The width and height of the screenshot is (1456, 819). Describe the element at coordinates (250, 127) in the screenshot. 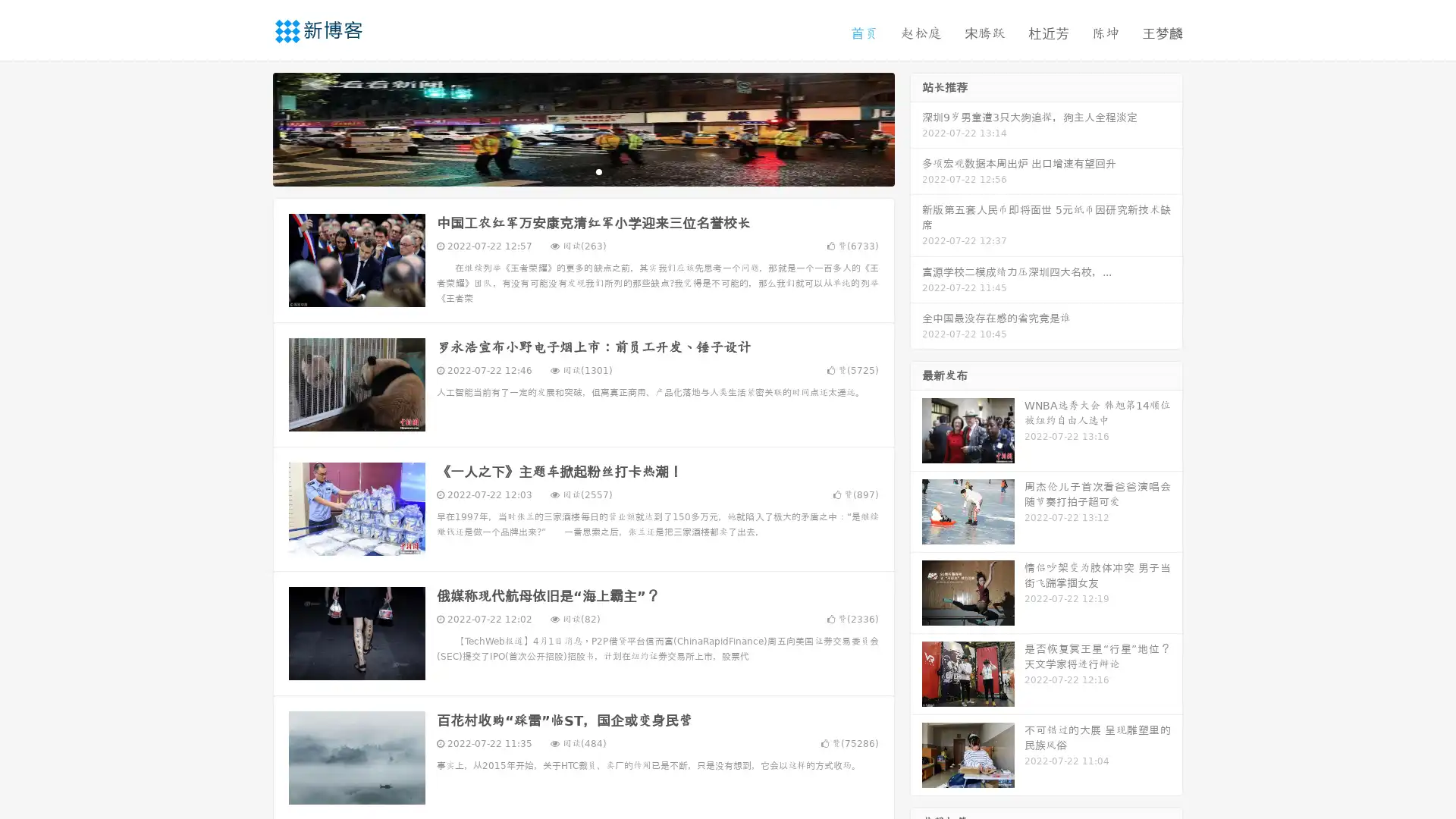

I see `Previous slide` at that location.